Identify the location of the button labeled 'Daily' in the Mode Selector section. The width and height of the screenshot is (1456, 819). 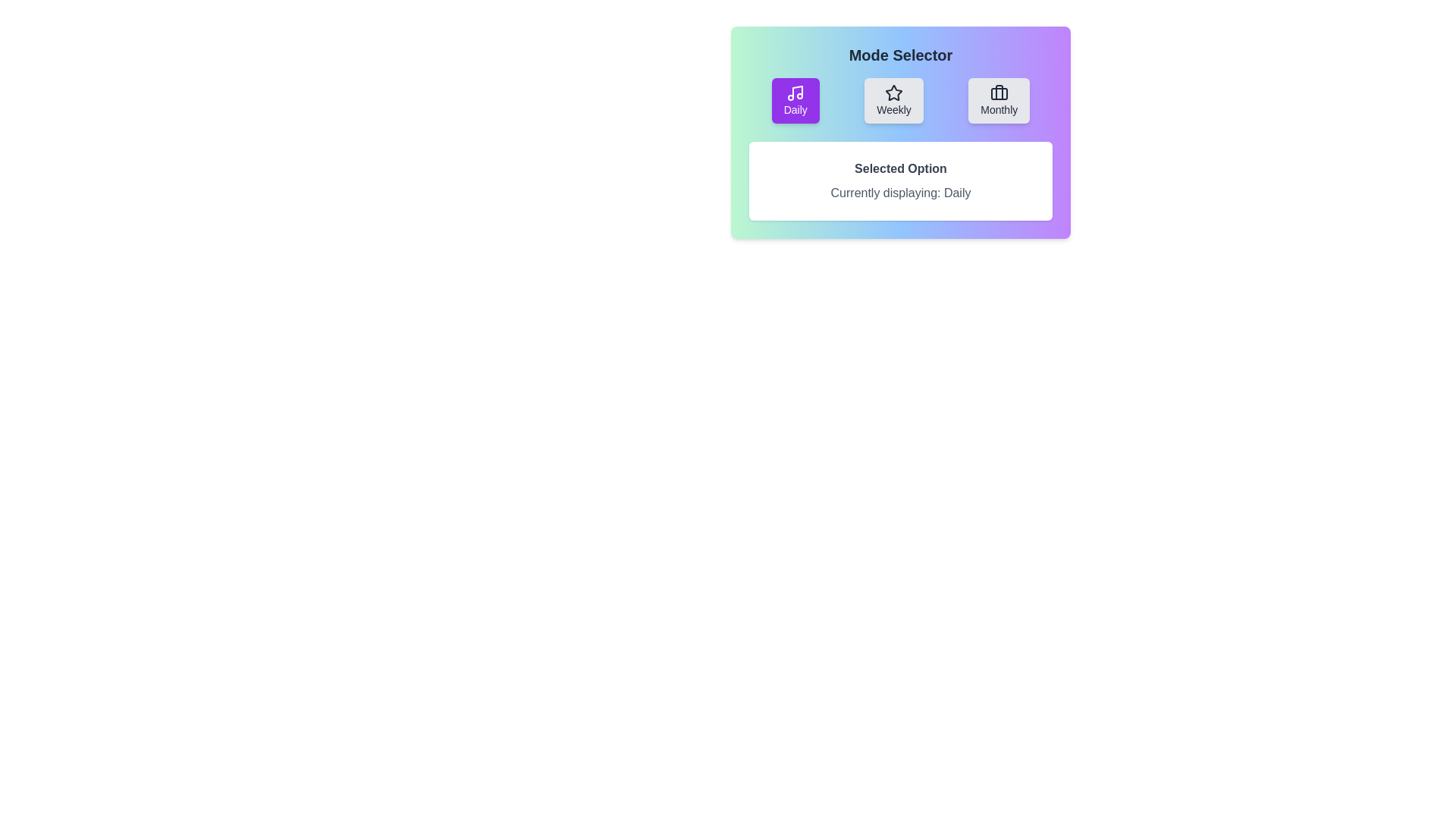
(901, 100).